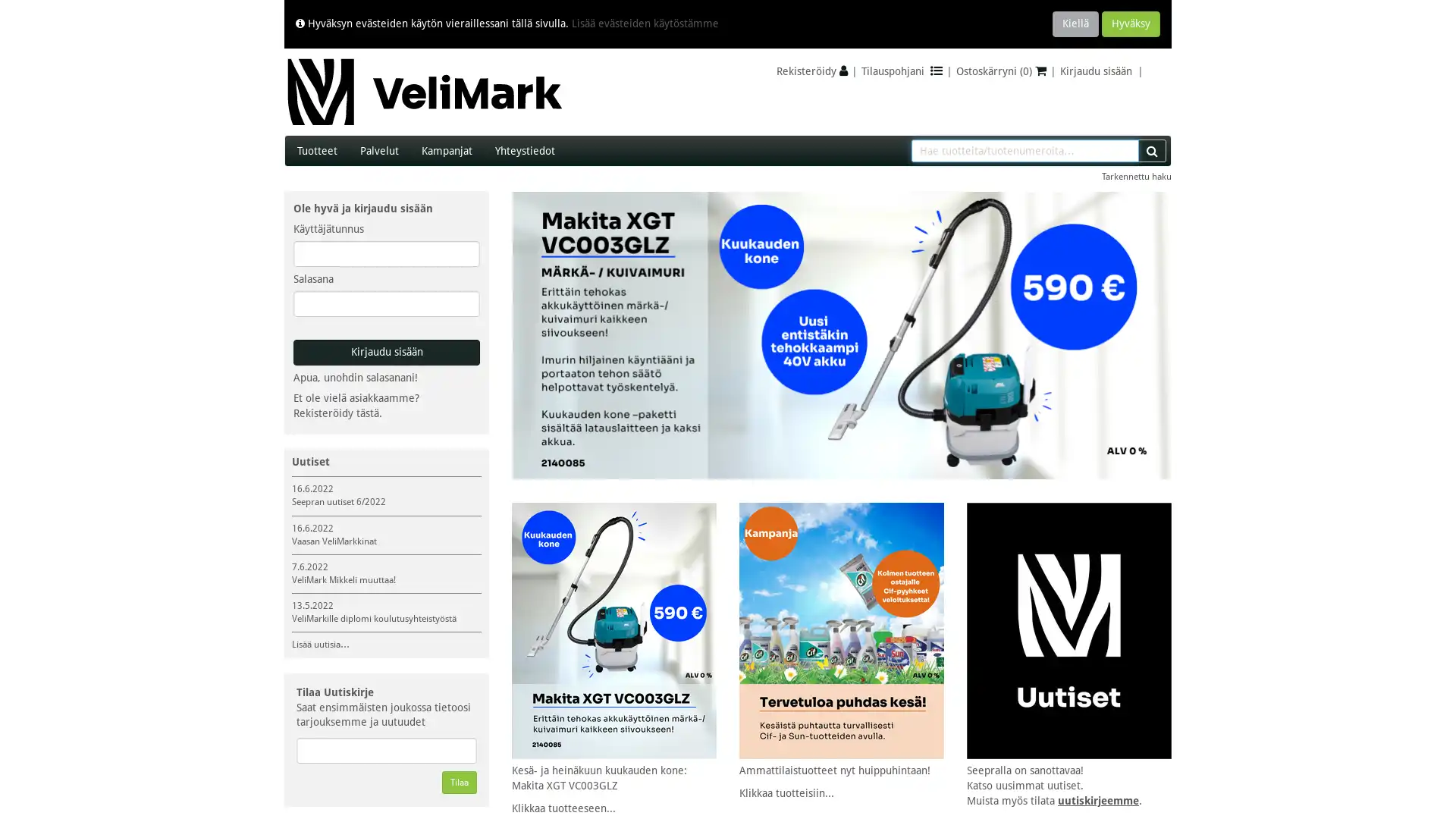 The image size is (1456, 819). What do you see at coordinates (458, 783) in the screenshot?
I see `Tilaa` at bounding box center [458, 783].